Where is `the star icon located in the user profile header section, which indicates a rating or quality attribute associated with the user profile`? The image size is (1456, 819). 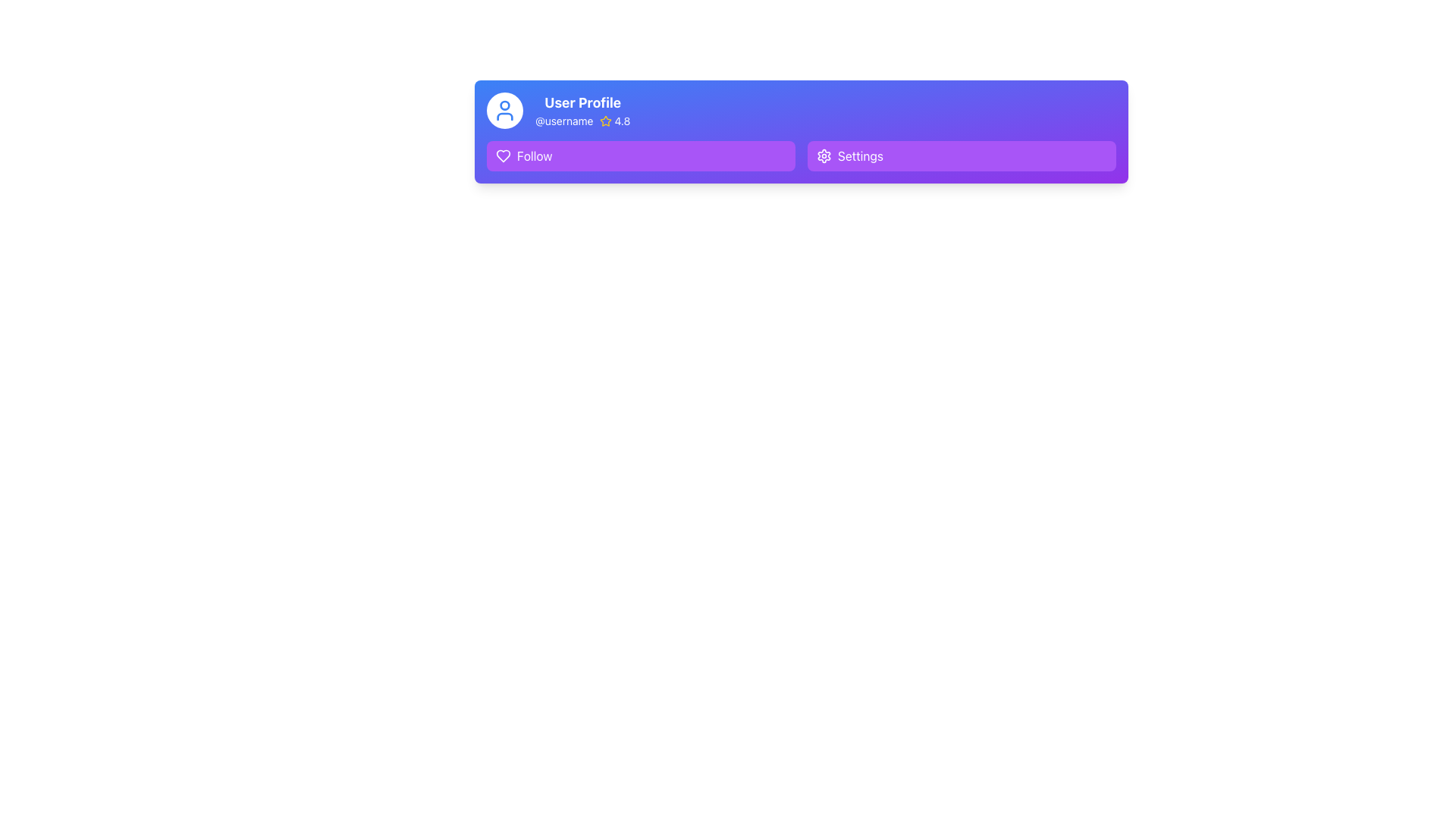
the star icon located in the user profile header section, which indicates a rating or quality attribute associated with the user profile is located at coordinates (604, 120).